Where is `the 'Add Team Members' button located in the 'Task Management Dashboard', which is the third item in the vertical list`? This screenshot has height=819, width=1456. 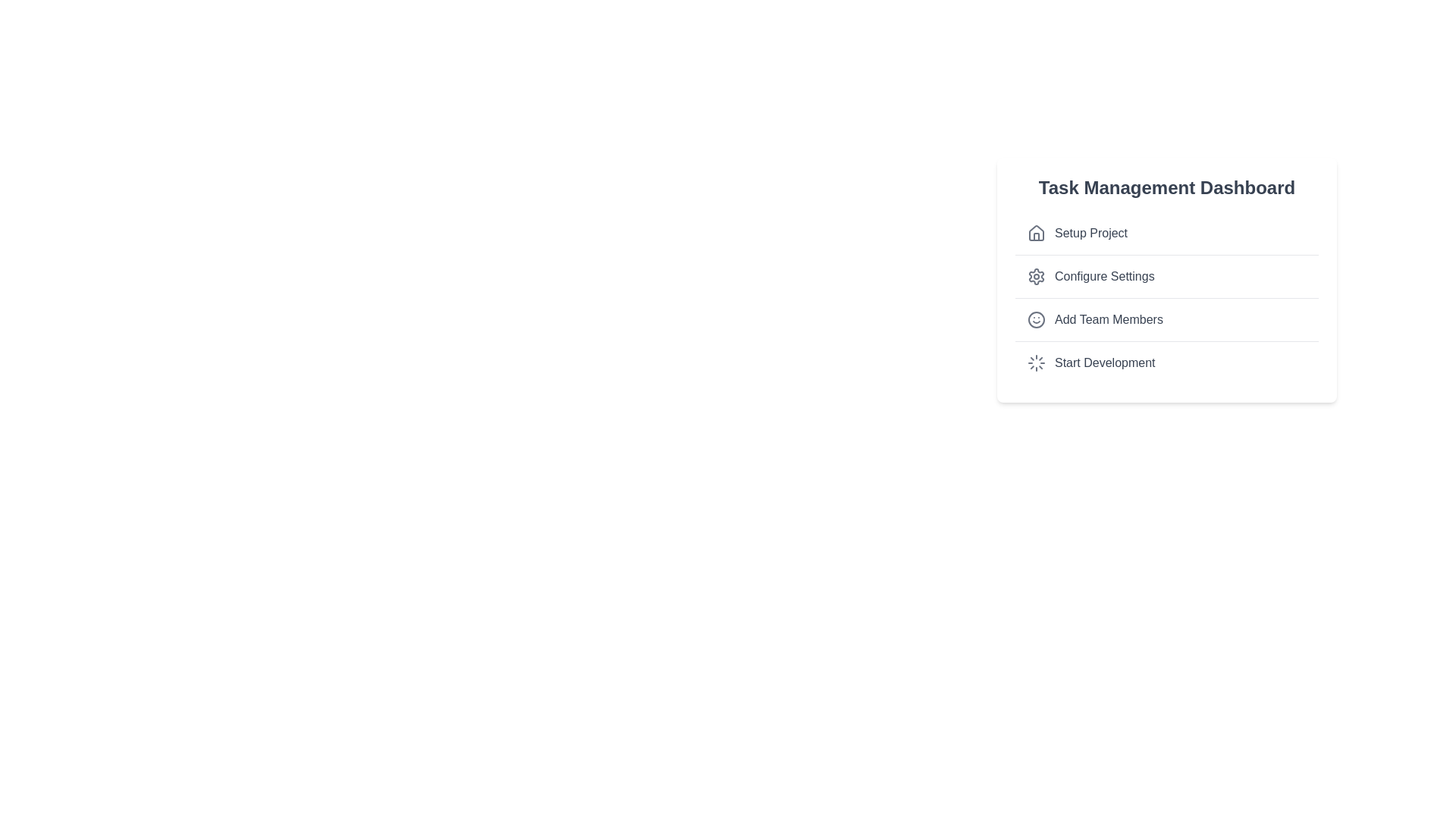
the 'Add Team Members' button located in the 'Task Management Dashboard', which is the third item in the vertical list is located at coordinates (1166, 318).